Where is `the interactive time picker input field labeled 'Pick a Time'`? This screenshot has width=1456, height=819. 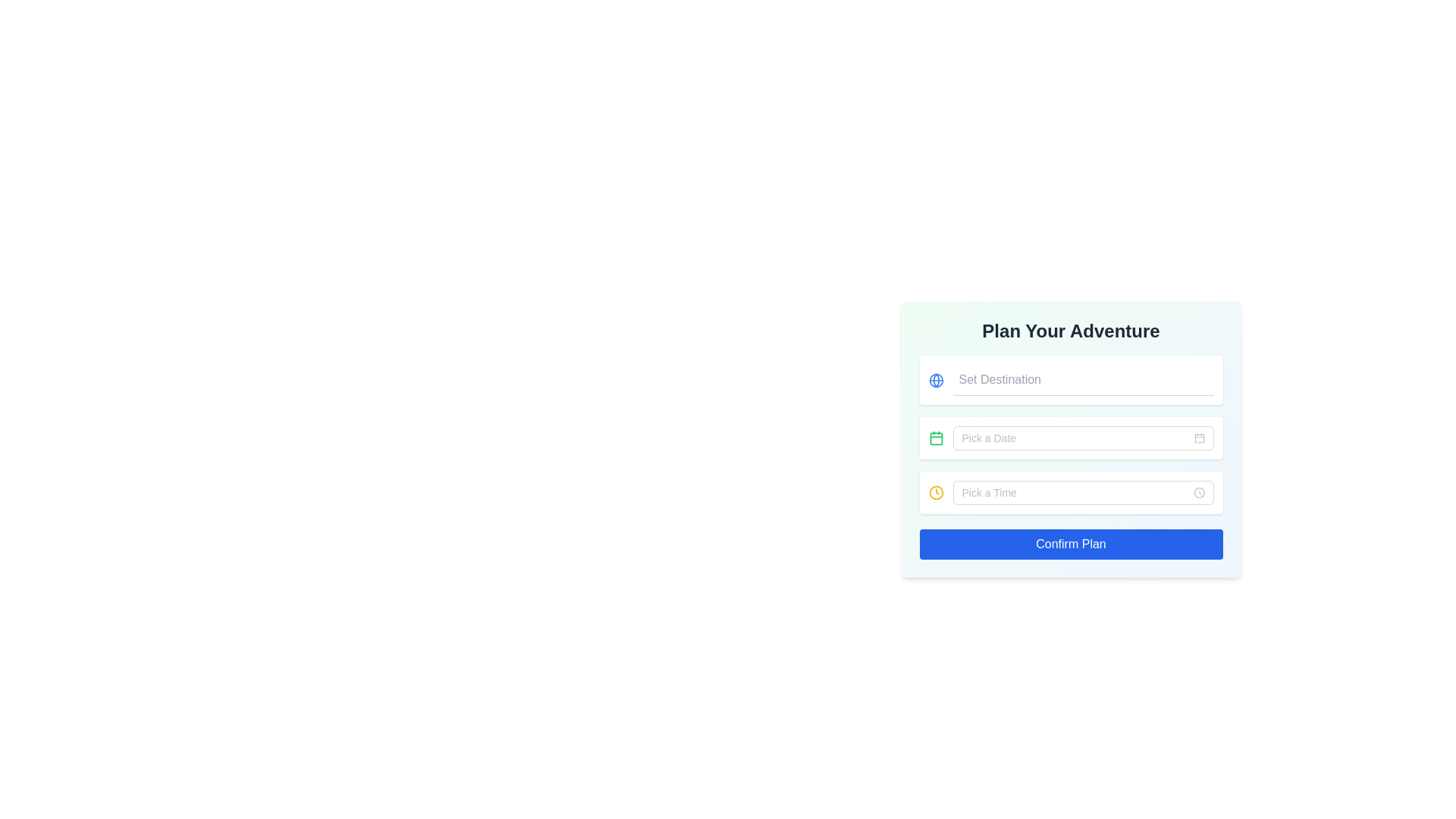
the interactive time picker input field labeled 'Pick a Time' is located at coordinates (1082, 493).